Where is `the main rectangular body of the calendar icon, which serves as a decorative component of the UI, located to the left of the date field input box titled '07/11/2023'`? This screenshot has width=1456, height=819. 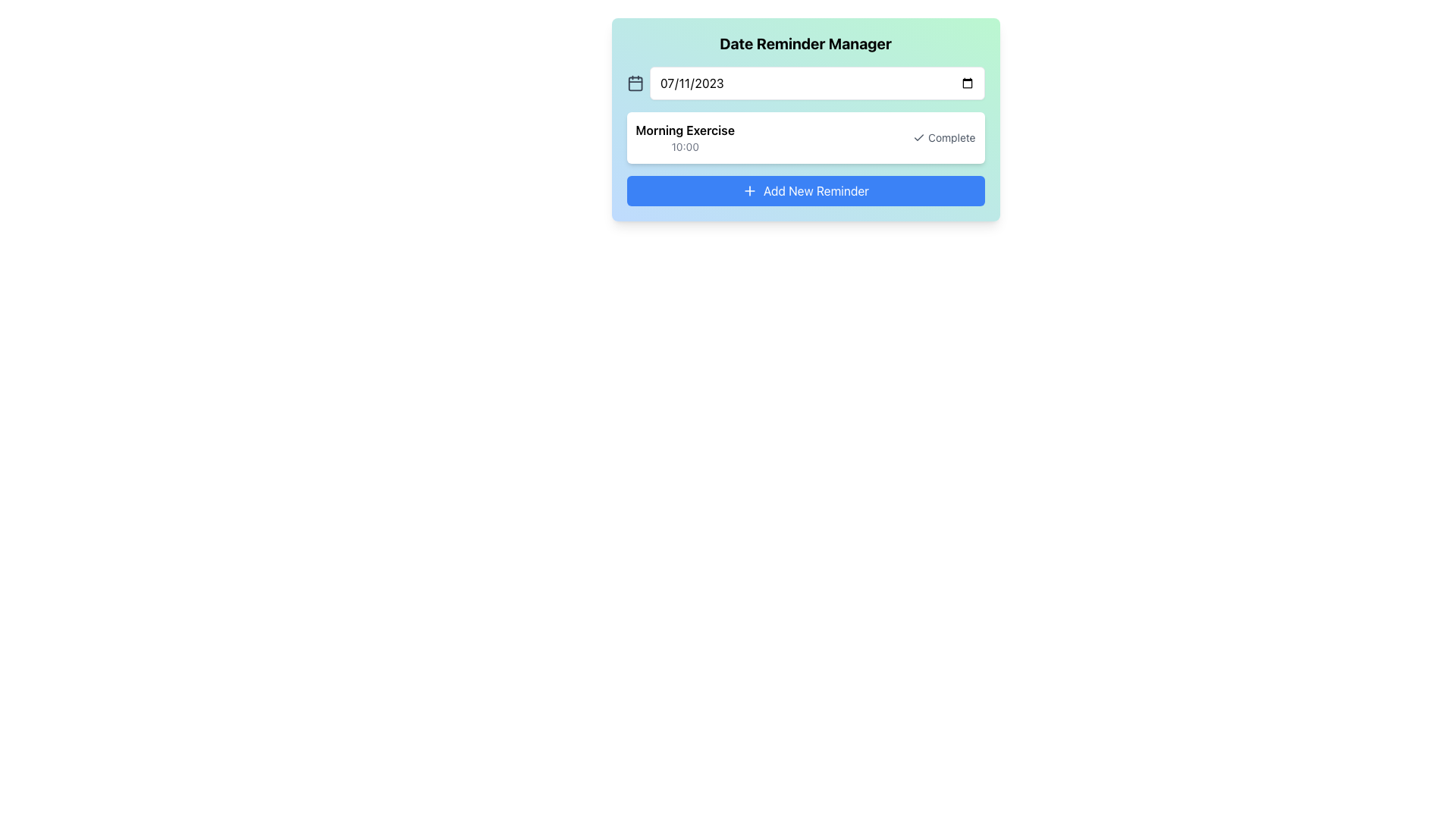
the main rectangular body of the calendar icon, which serves as a decorative component of the UI, located to the left of the date field input box titled '07/11/2023' is located at coordinates (635, 83).